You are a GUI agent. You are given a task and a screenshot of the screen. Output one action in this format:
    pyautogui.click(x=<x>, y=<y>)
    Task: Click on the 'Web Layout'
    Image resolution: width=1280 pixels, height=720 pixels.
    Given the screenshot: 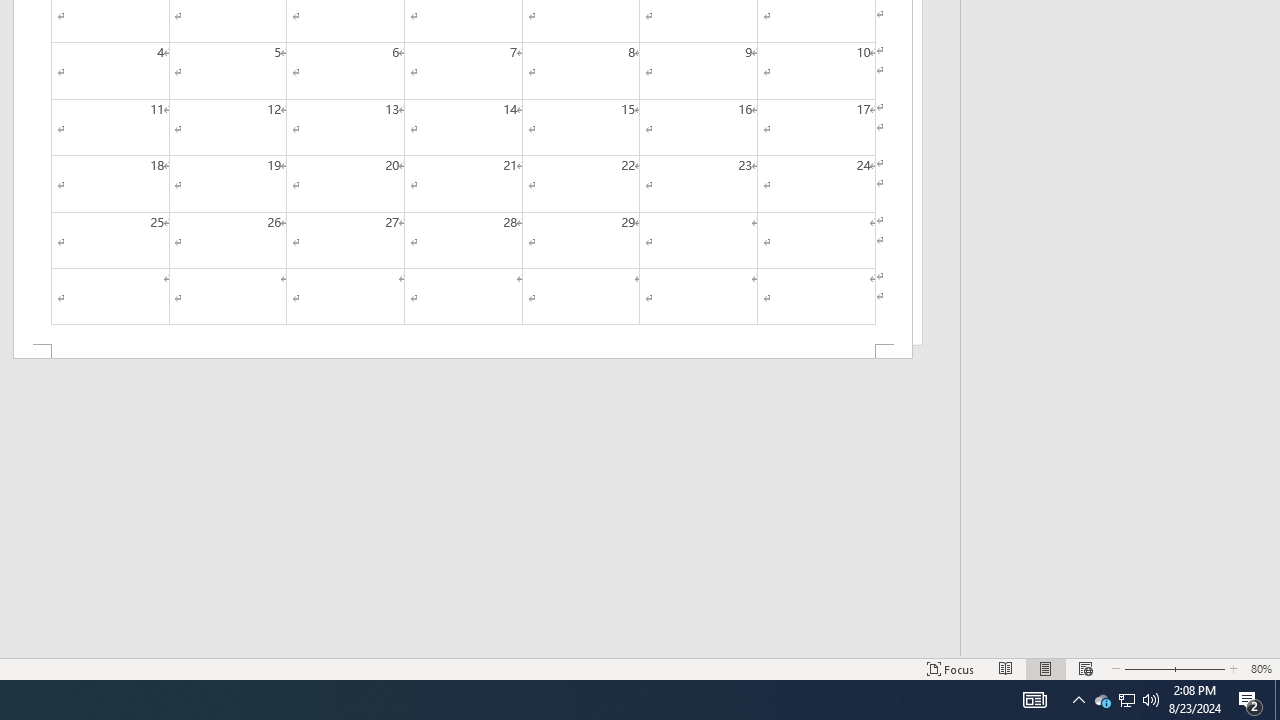 What is the action you would take?
    pyautogui.click(x=1085, y=669)
    